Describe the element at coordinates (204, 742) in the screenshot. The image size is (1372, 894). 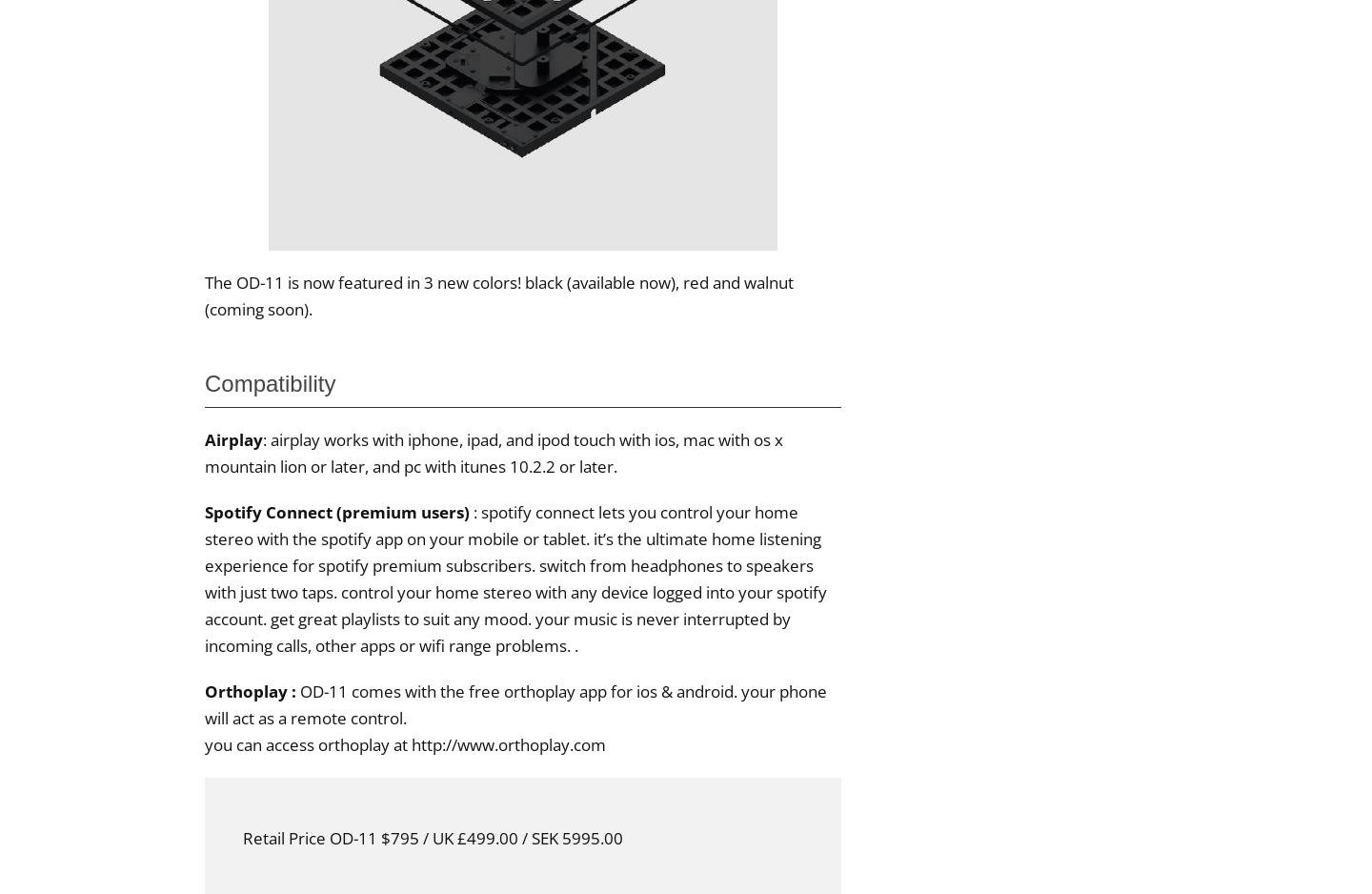
I see `'you can access orthoplay at http://www.orthoplay.com'` at that location.